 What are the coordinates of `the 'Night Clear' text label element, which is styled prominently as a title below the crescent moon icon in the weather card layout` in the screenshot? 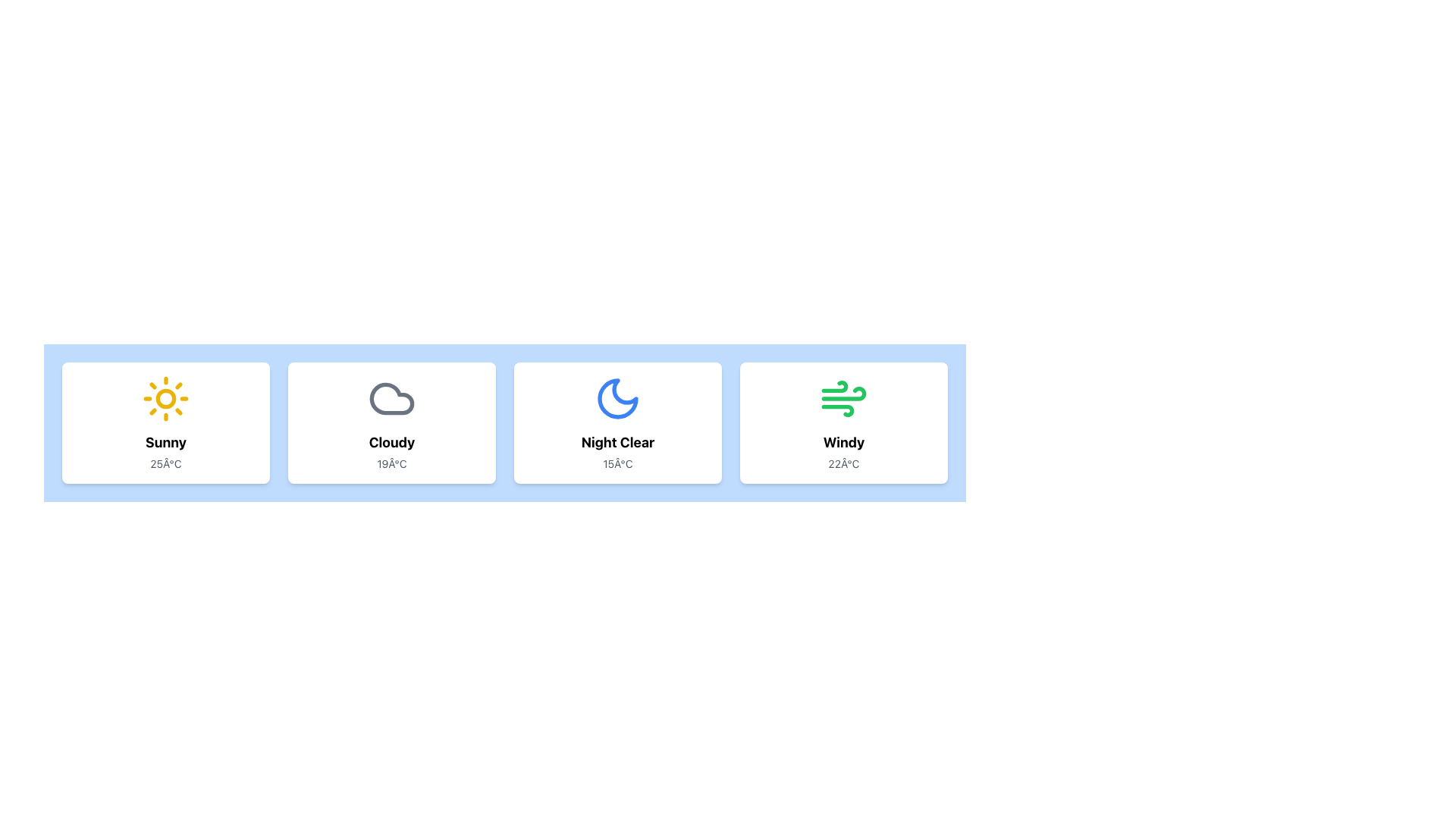 It's located at (618, 442).